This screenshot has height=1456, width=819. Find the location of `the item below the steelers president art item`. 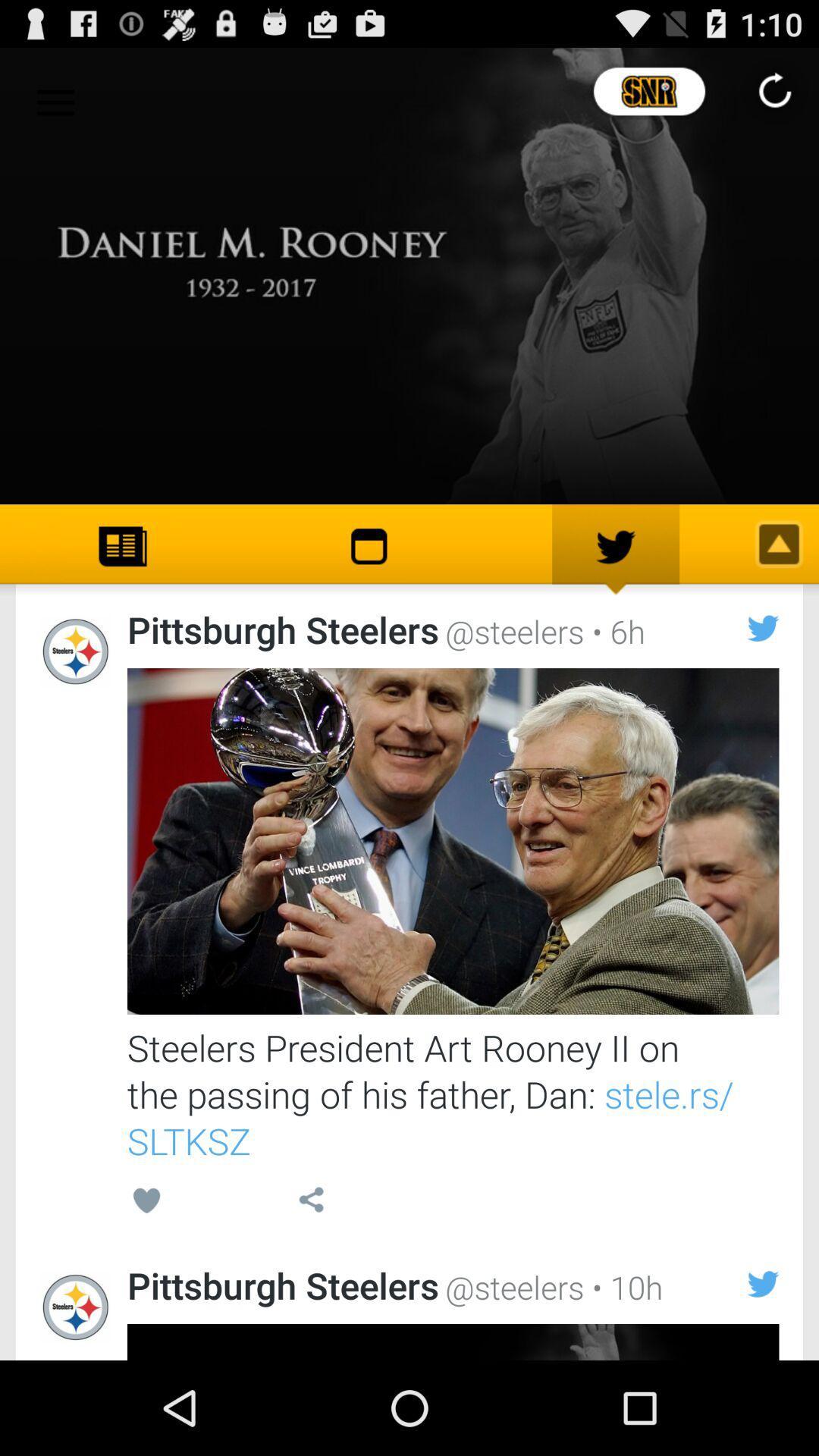

the item below the steelers president art item is located at coordinates (310, 1202).